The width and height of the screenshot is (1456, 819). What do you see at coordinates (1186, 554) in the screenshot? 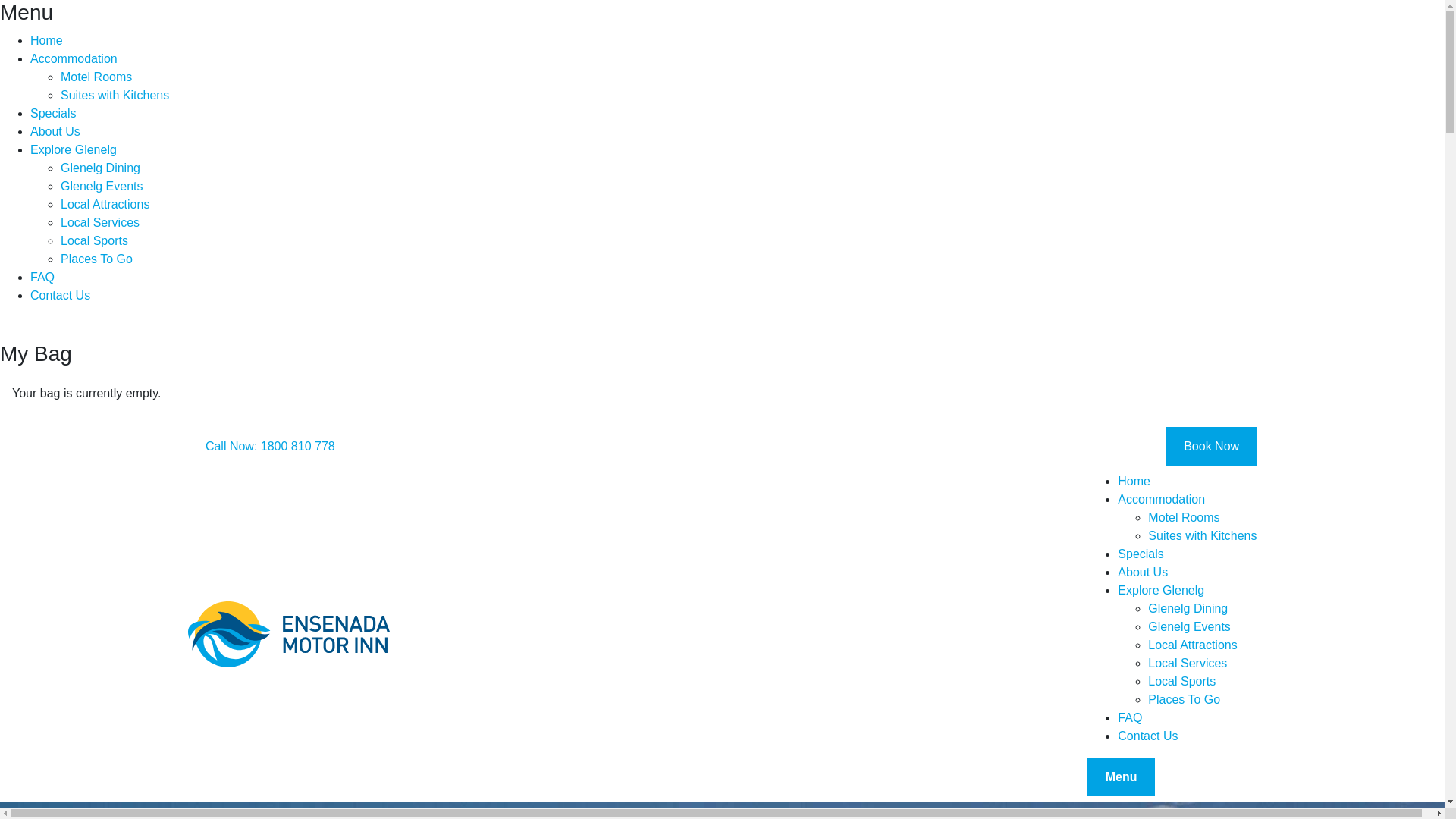
I see `'Specials'` at bounding box center [1186, 554].